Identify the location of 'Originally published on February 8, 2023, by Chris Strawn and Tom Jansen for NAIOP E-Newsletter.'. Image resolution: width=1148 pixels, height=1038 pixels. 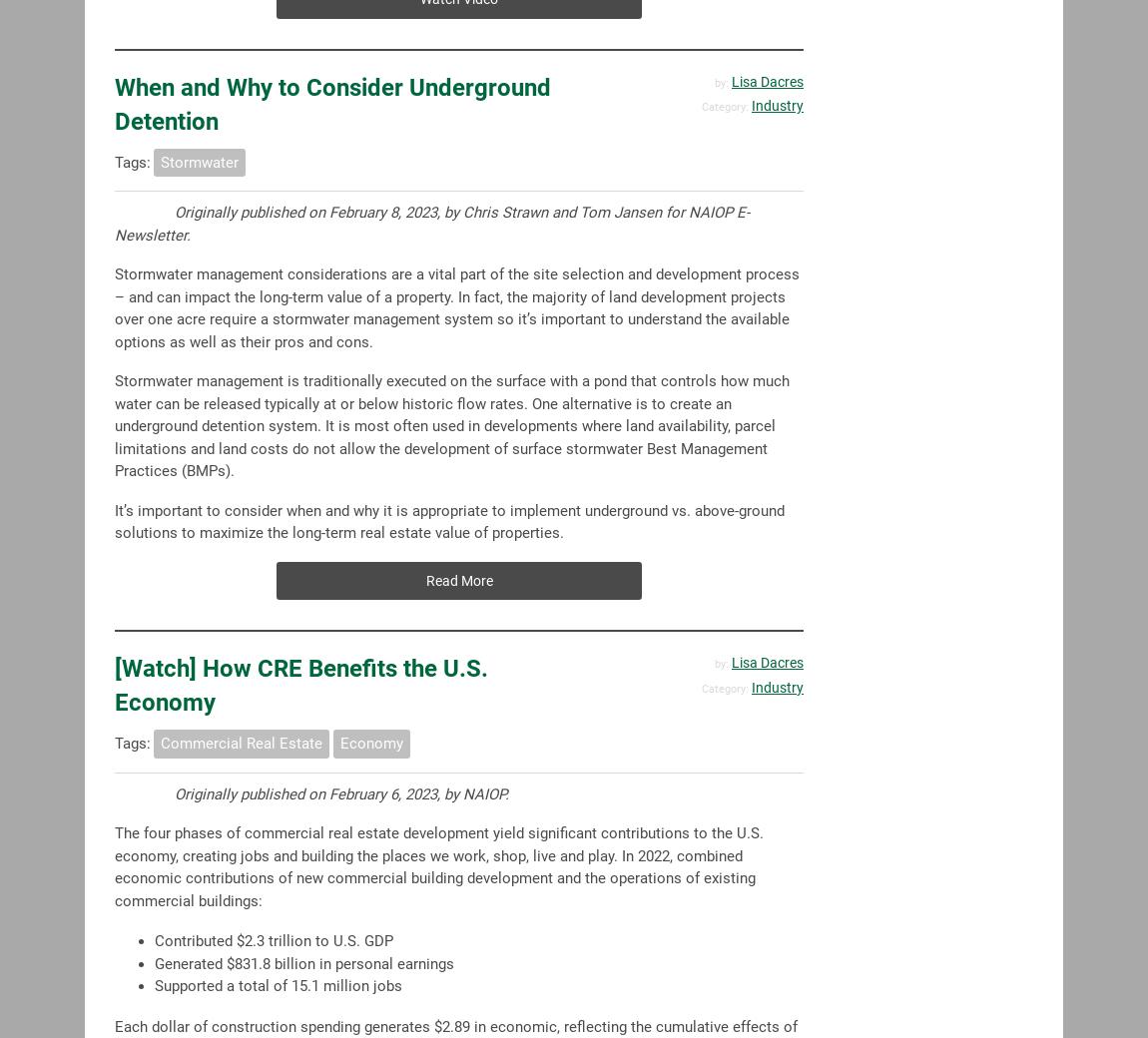
(114, 224).